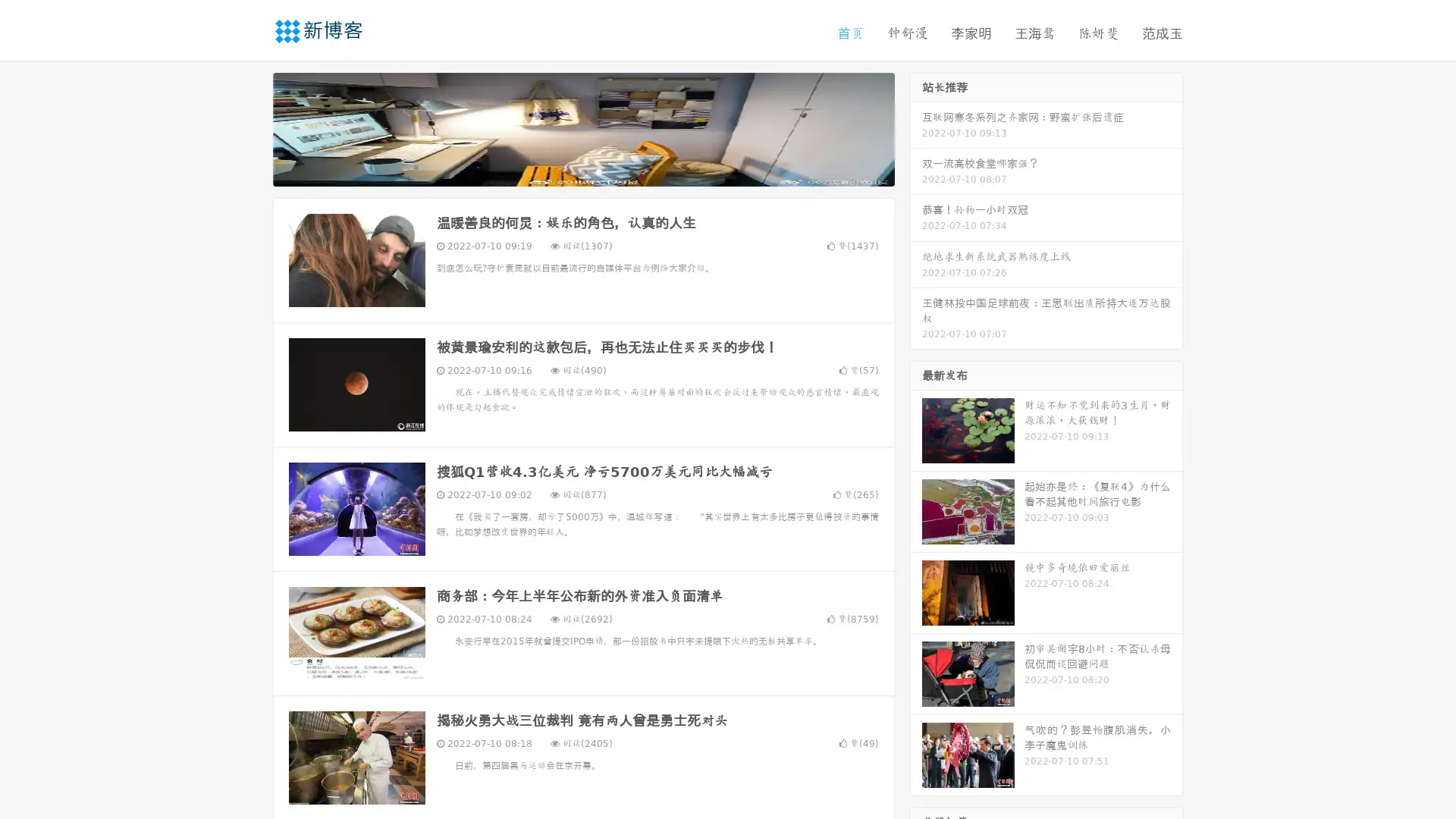 This screenshot has width=1456, height=819. Describe the element at coordinates (916, 127) in the screenshot. I see `Next slide` at that location.